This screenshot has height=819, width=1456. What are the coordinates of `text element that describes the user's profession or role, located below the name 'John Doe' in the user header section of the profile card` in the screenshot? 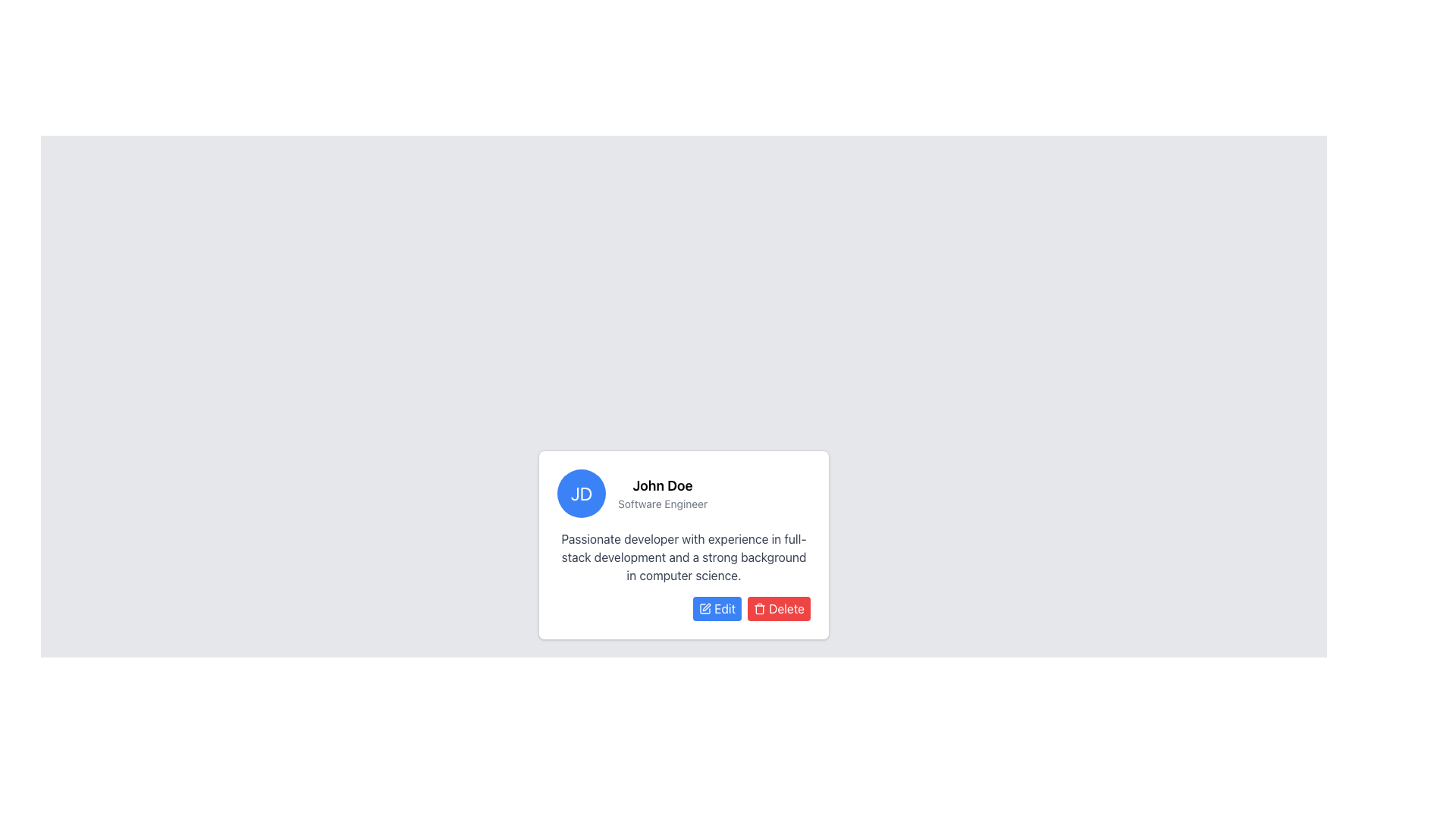 It's located at (663, 504).